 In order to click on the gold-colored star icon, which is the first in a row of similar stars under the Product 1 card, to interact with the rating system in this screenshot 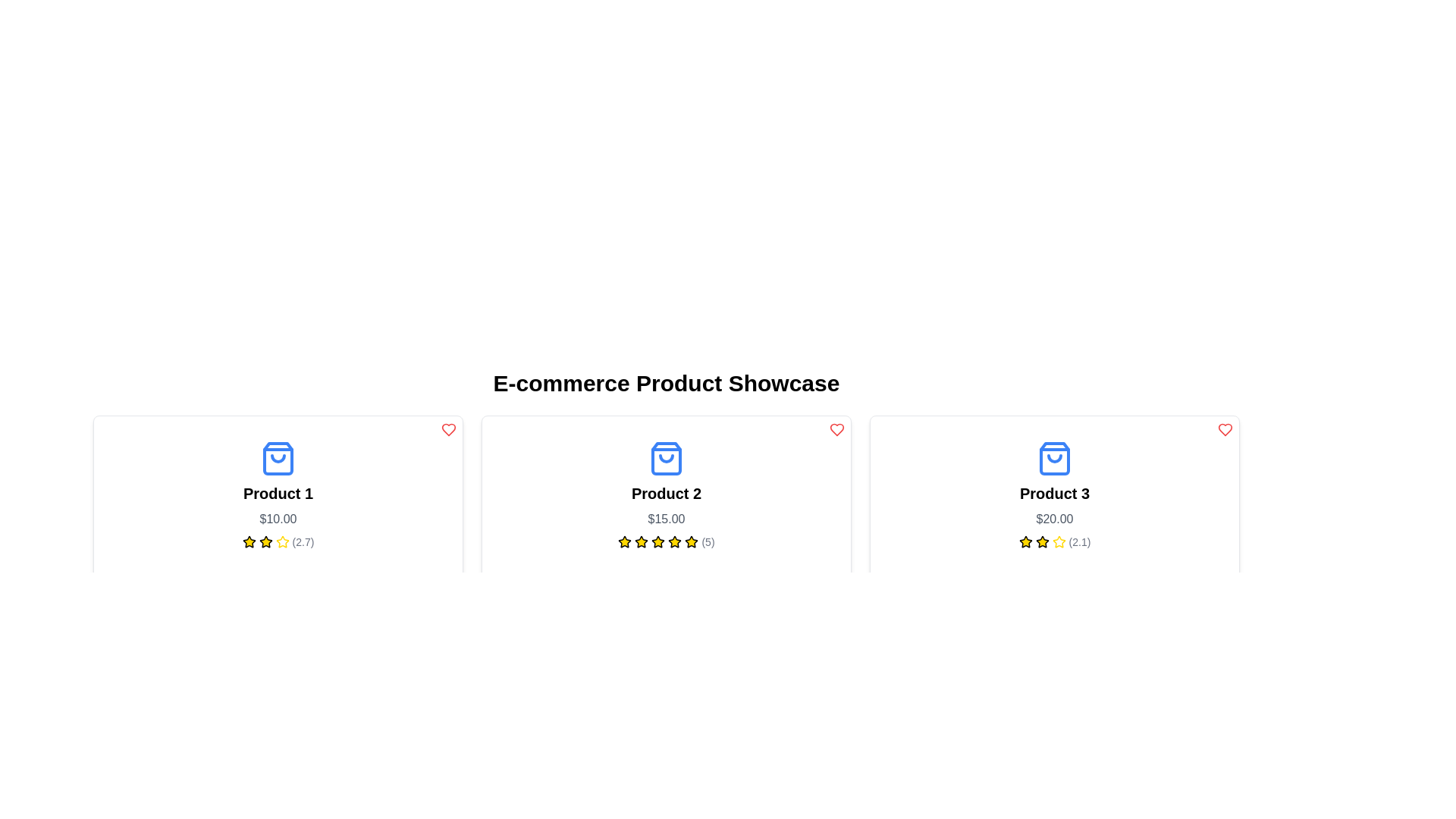, I will do `click(249, 541)`.